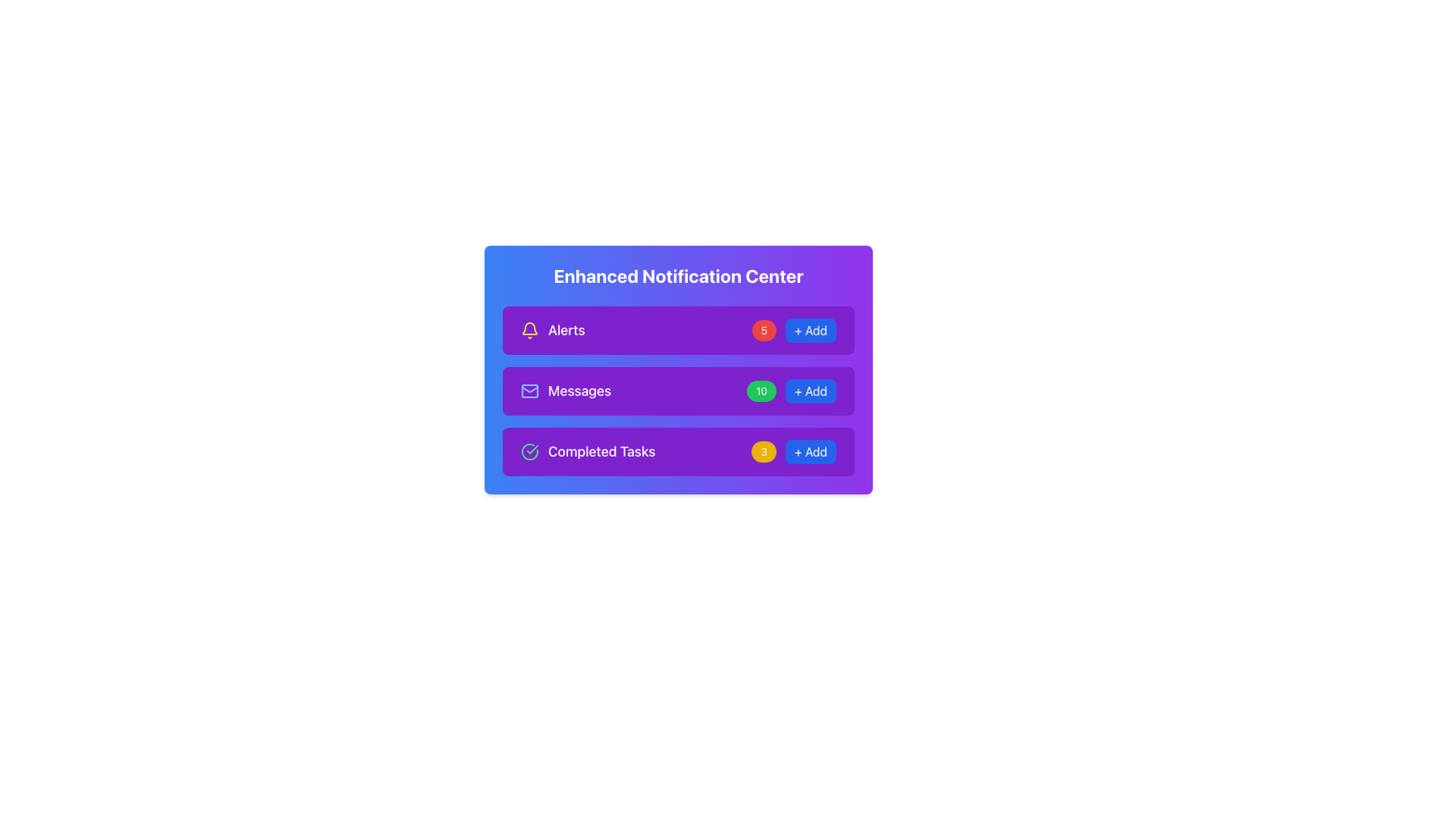  What do you see at coordinates (530, 391) in the screenshot?
I see `the SVG Rectangle that forms the main body of the 'Messages' icon in the notification panel` at bounding box center [530, 391].